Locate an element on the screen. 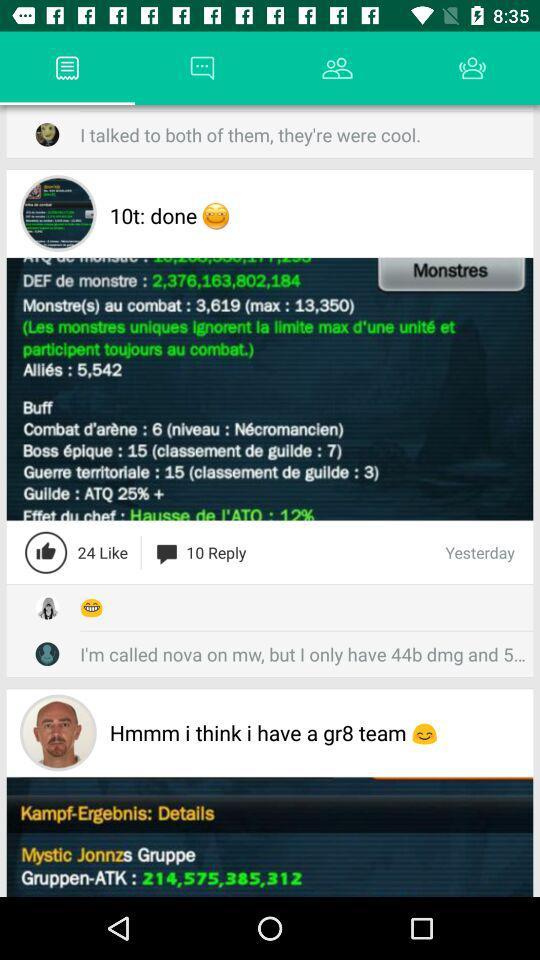 The width and height of the screenshot is (540, 960). the first image below 10t done is located at coordinates (270, 388).